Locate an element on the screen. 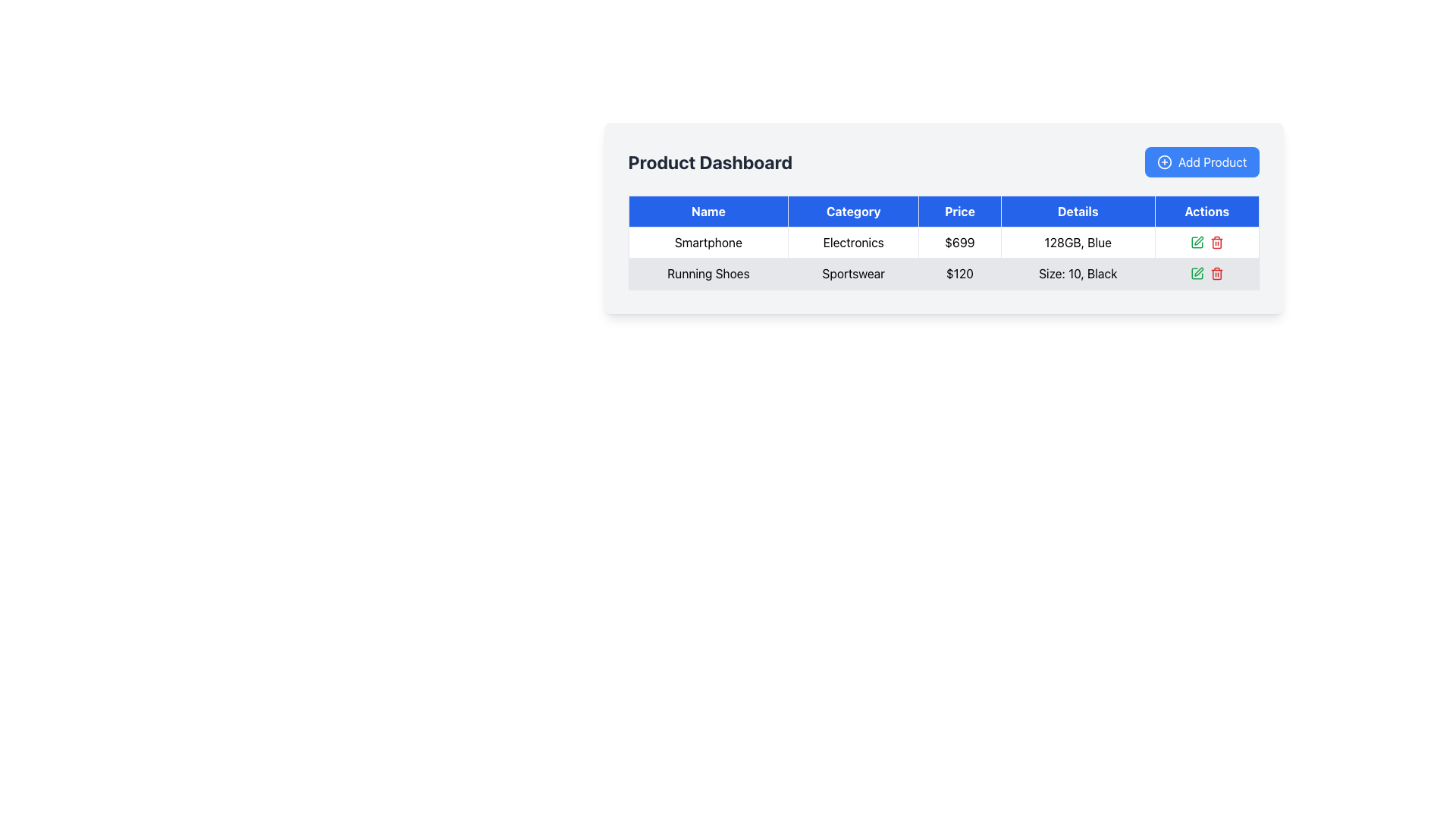 Image resolution: width=1456 pixels, height=819 pixels. the delete button located in the first row of the table under the 'Actions' column, to the right of the green edit icon is located at coordinates (1216, 242).